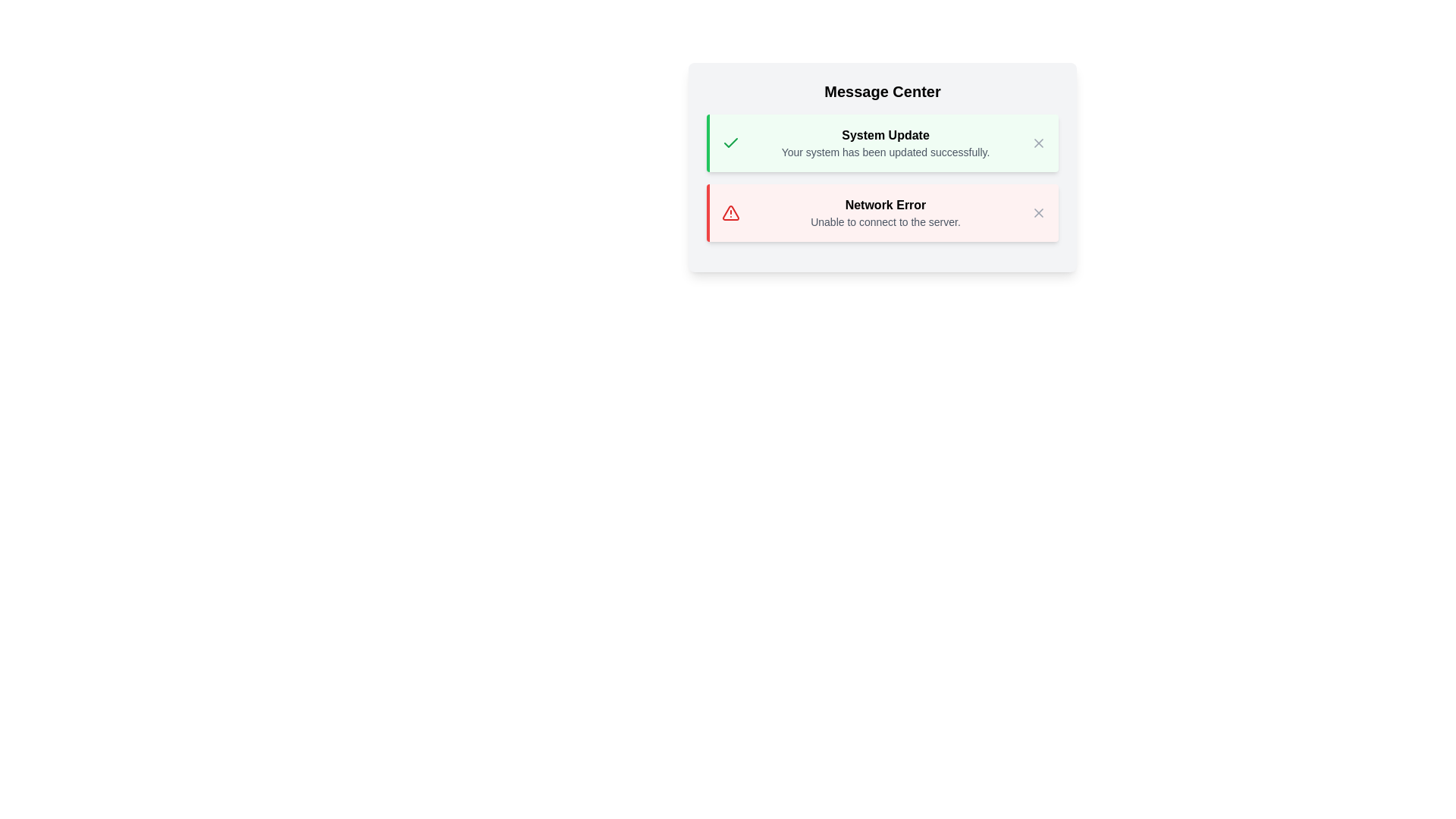 This screenshot has width=1456, height=819. What do you see at coordinates (731, 143) in the screenshot?
I see `the success icon located in the top-left corner of the green notification box, which indicates that the system update was successful` at bounding box center [731, 143].